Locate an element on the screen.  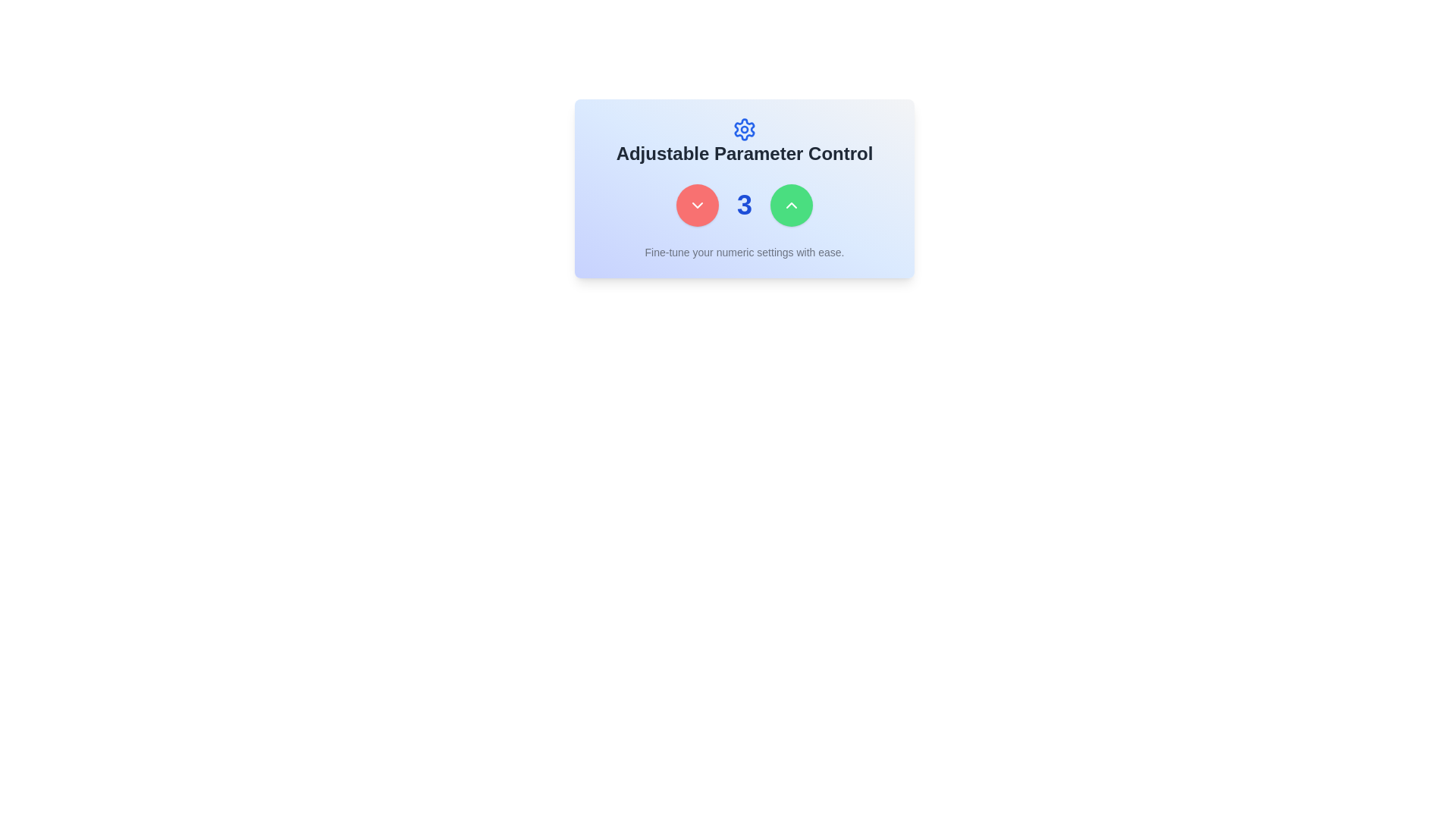
the upward-chevron icon inside the green circular button to increment the value displayed in the central numeric field '3' is located at coordinates (791, 205).